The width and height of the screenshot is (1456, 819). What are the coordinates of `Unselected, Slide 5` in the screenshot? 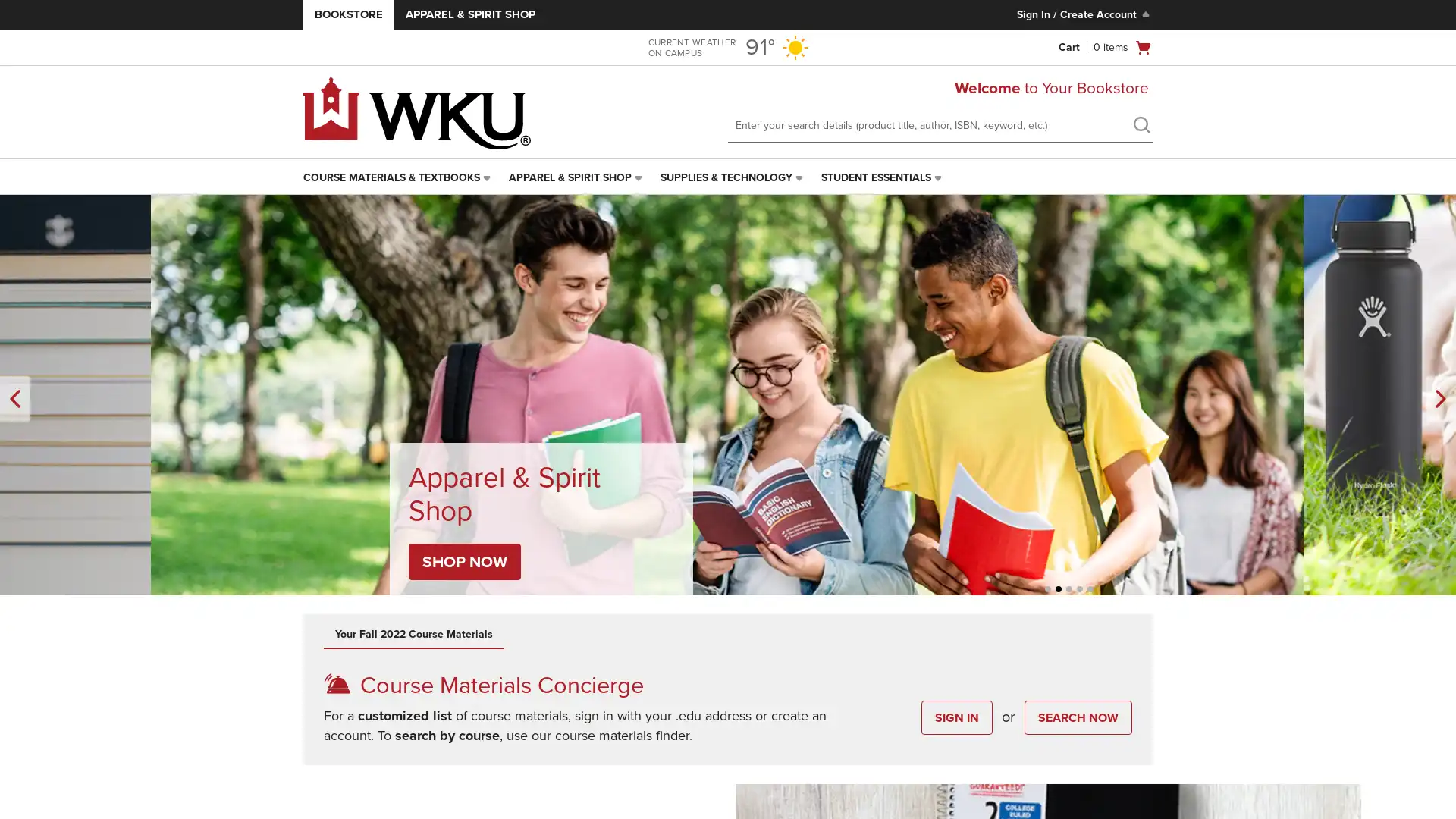 It's located at (1090, 588).